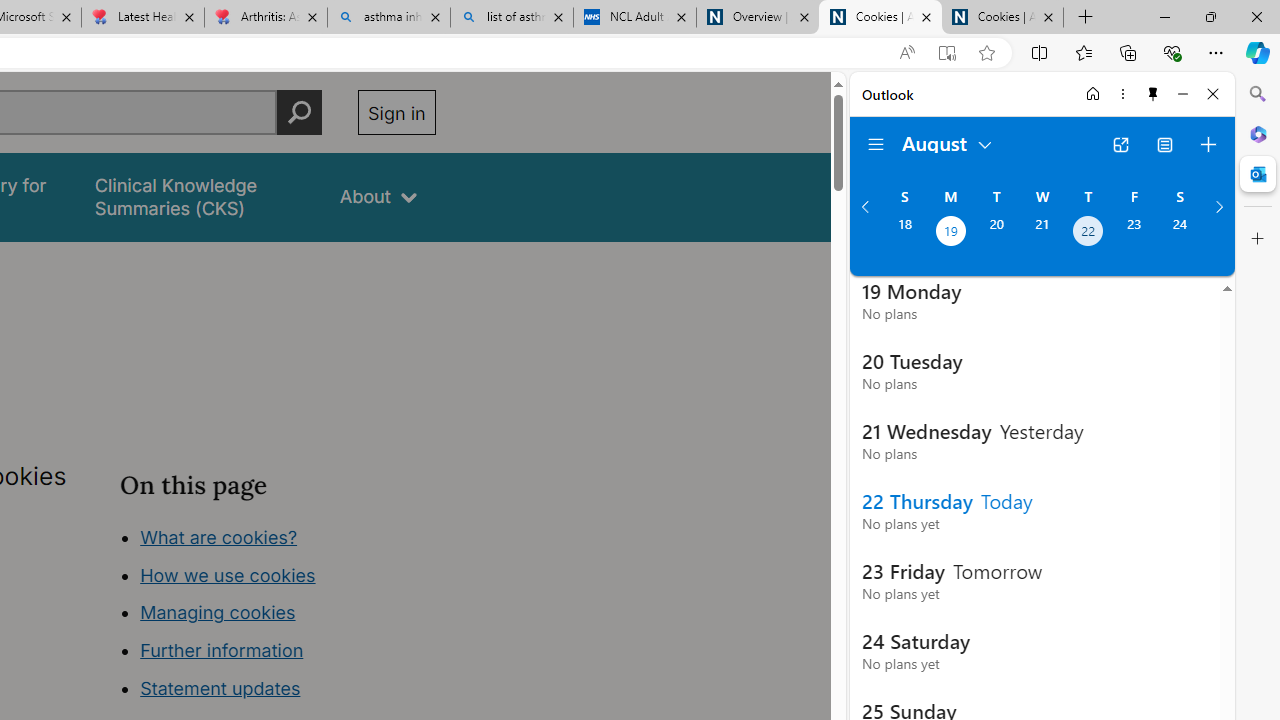 The height and width of the screenshot is (720, 1280). I want to click on 'Further information', so click(222, 650).